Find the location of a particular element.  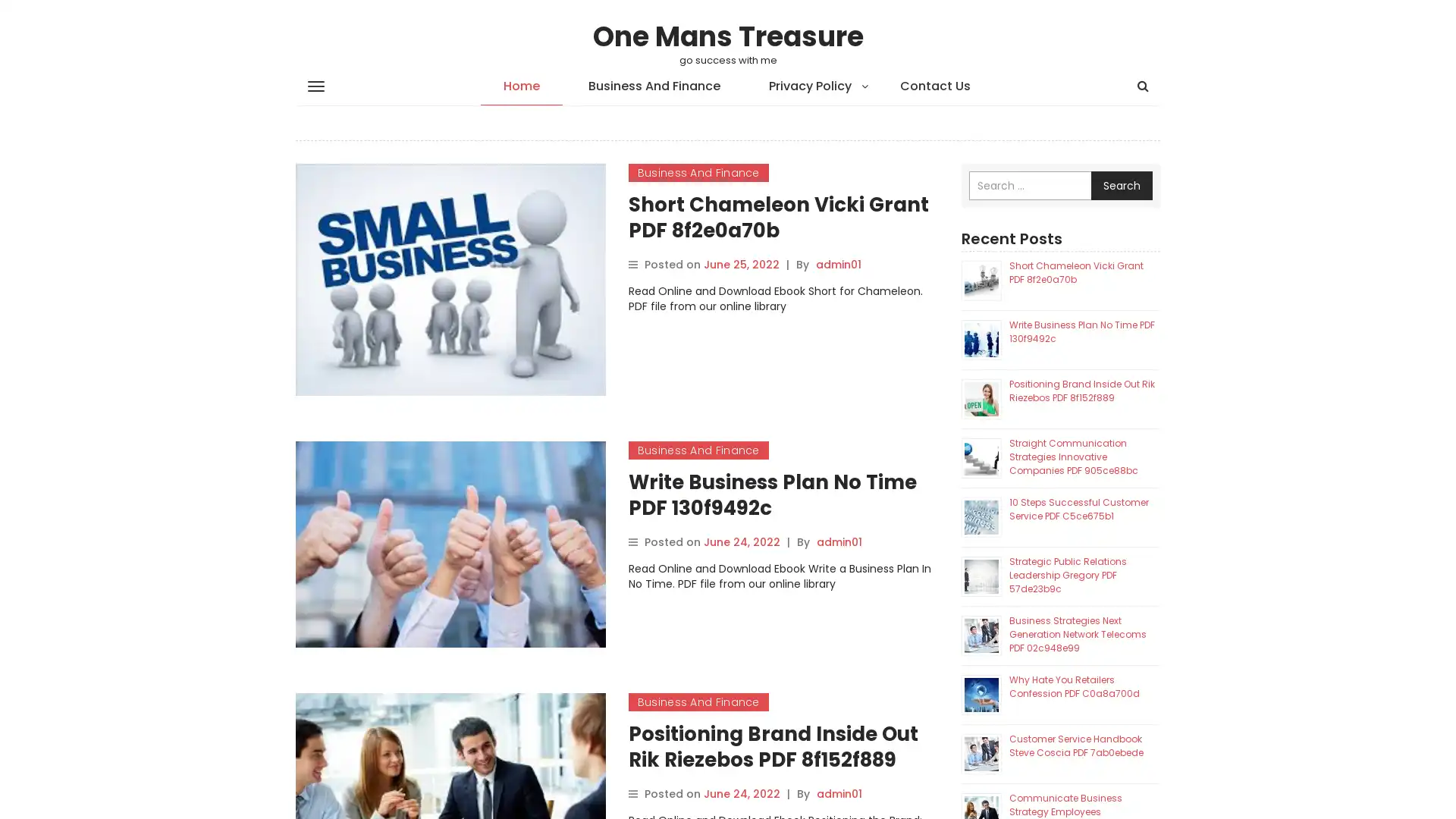

Search is located at coordinates (1122, 185).